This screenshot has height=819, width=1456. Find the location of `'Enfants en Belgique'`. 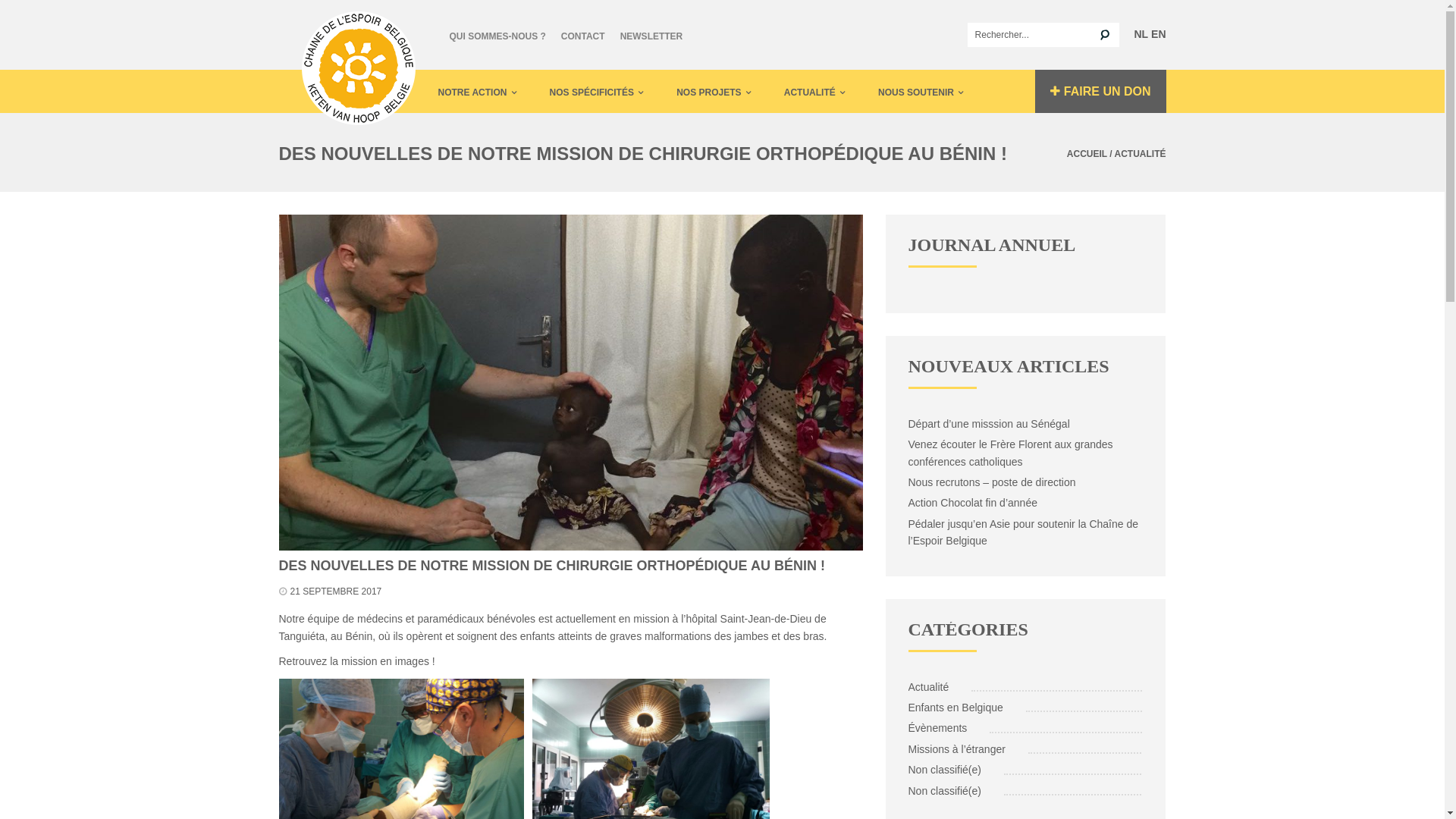

'Enfants en Belgique' is located at coordinates (956, 708).